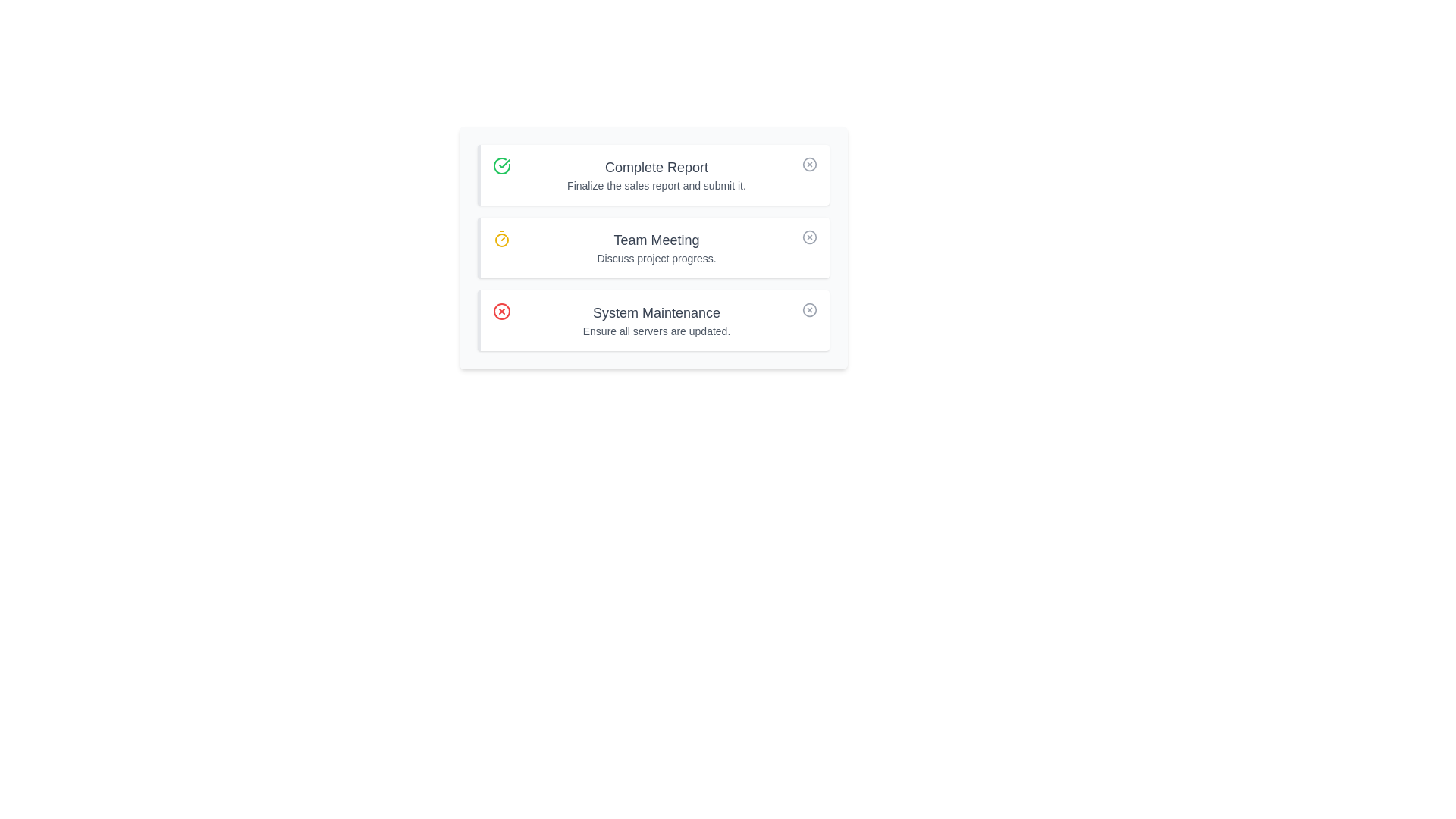 The height and width of the screenshot is (819, 1456). I want to click on close button for the task with title Team Meeting, so click(809, 237).